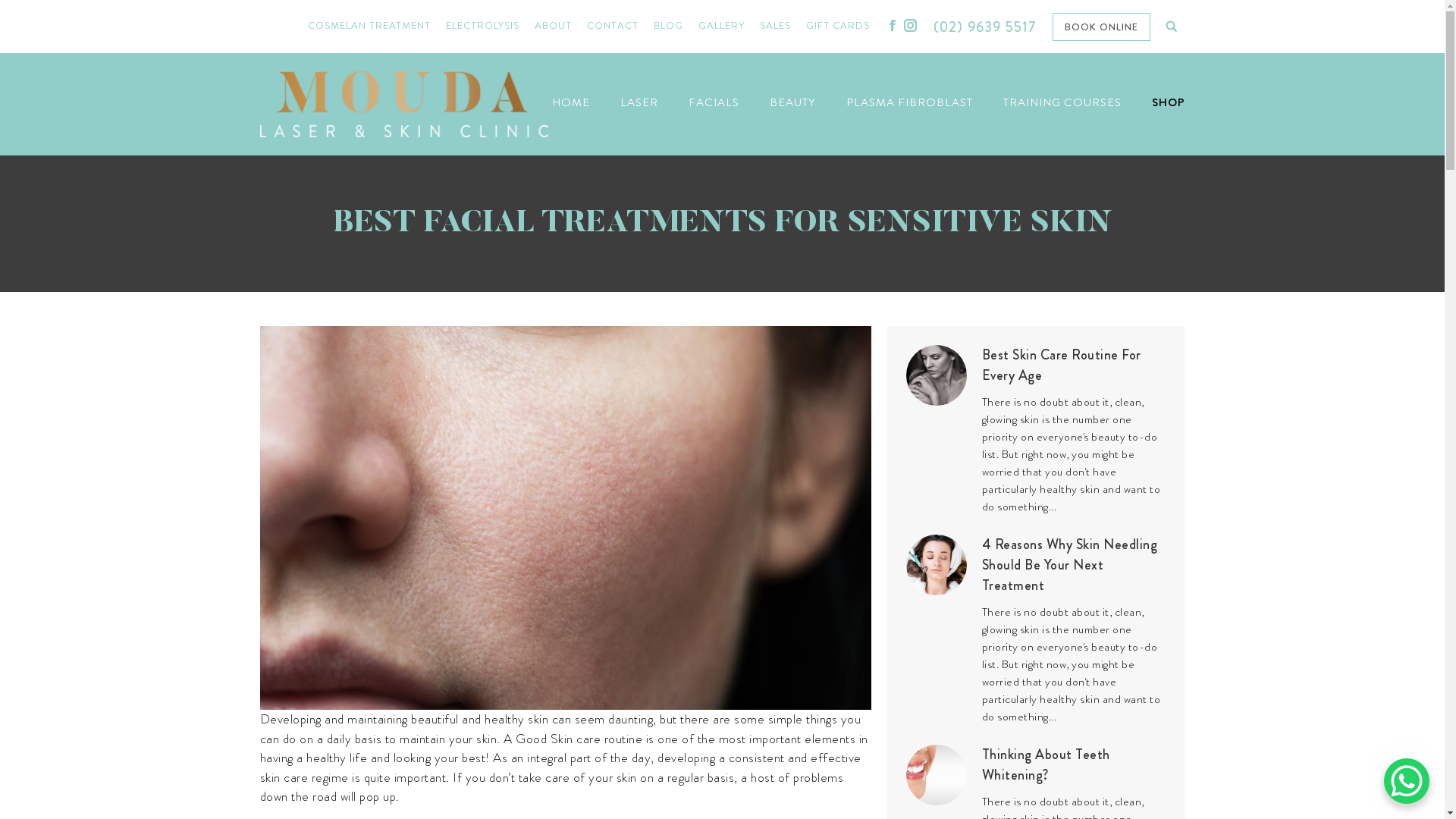  What do you see at coordinates (836, 26) in the screenshot?
I see `'GIFT CARDS'` at bounding box center [836, 26].